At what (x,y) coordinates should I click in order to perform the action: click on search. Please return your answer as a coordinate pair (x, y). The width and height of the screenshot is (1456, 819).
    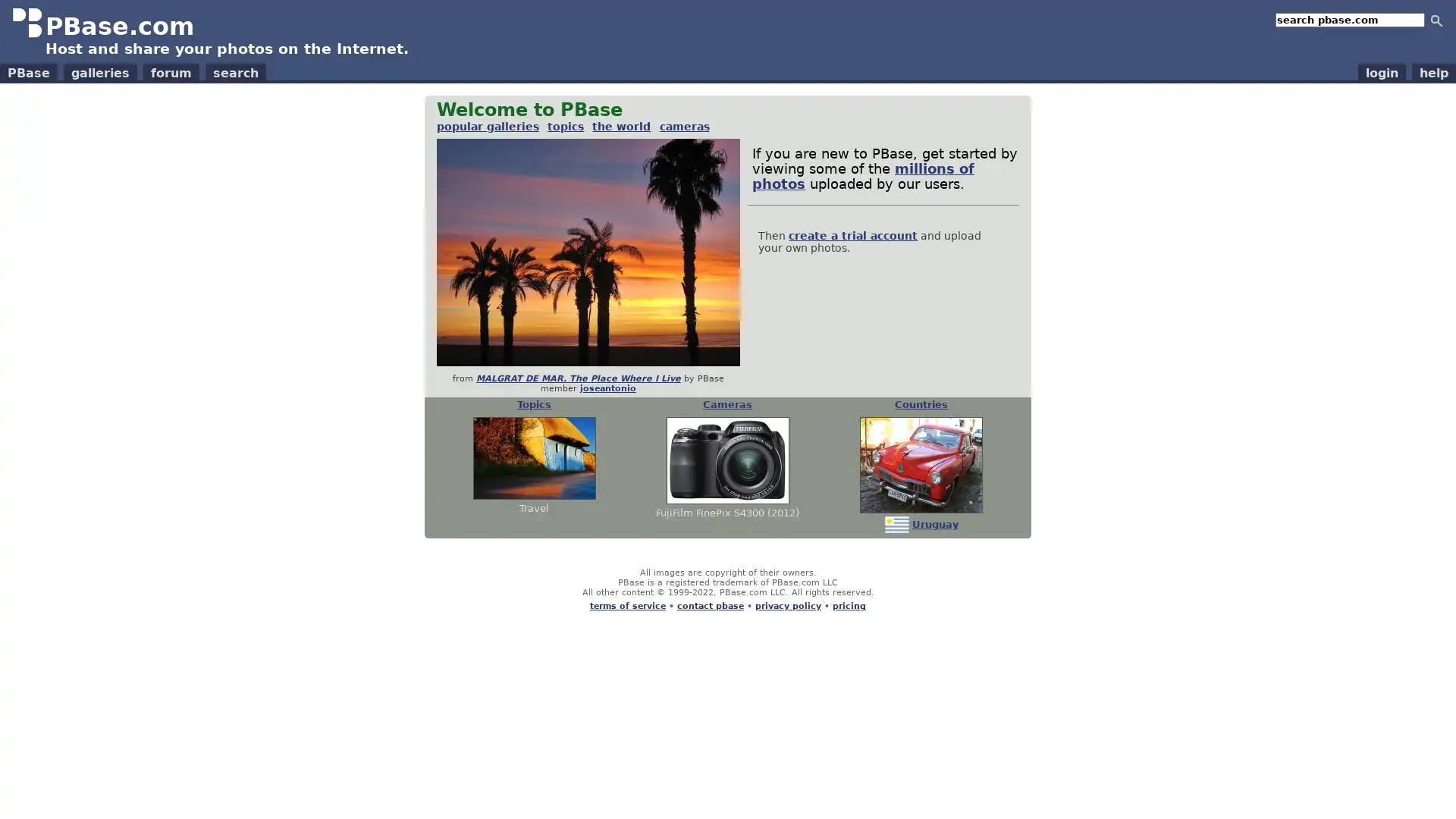
    Looking at the image, I should click on (1436, 20).